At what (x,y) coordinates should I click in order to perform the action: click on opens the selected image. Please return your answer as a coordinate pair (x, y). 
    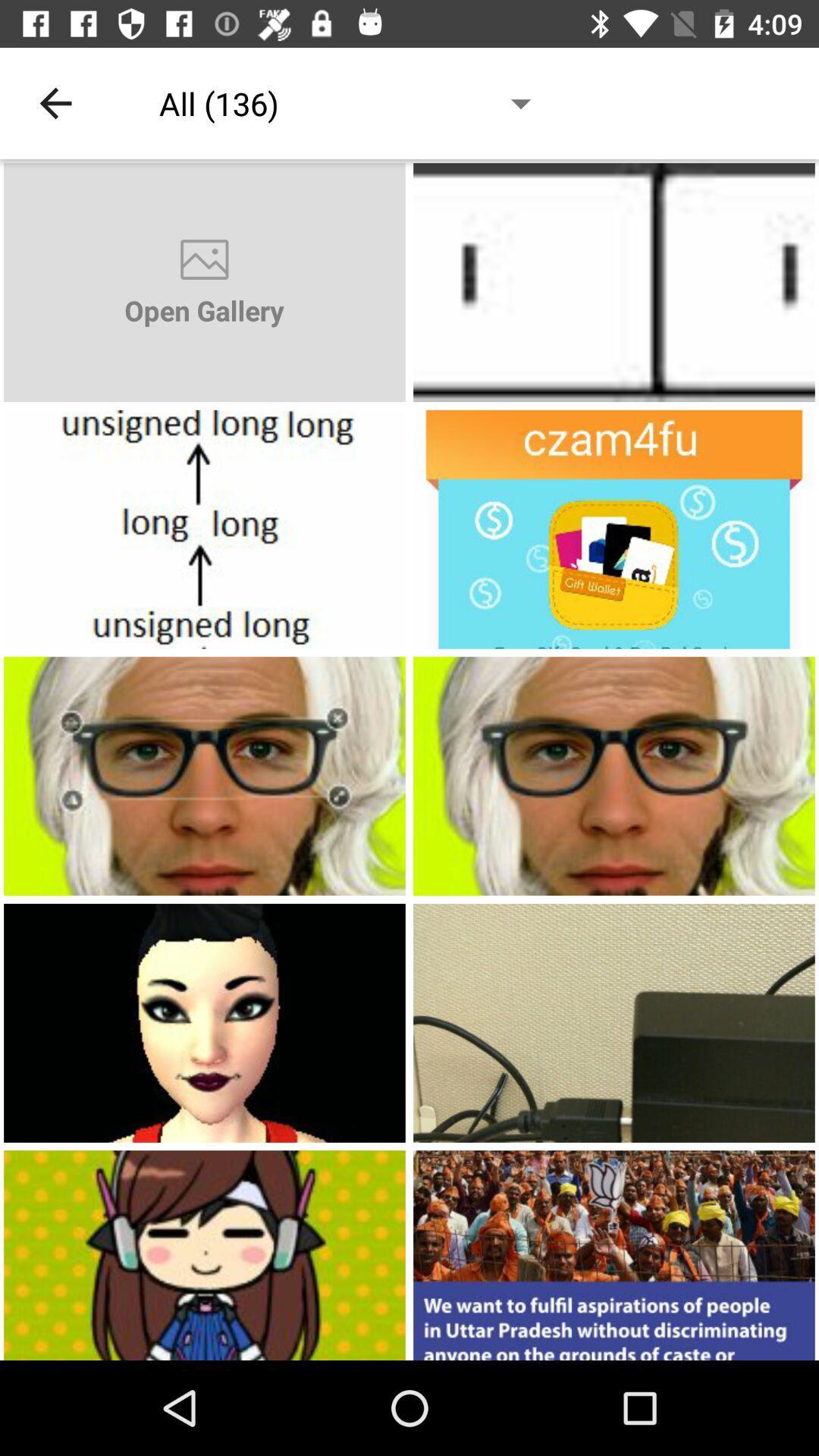
    Looking at the image, I should click on (614, 282).